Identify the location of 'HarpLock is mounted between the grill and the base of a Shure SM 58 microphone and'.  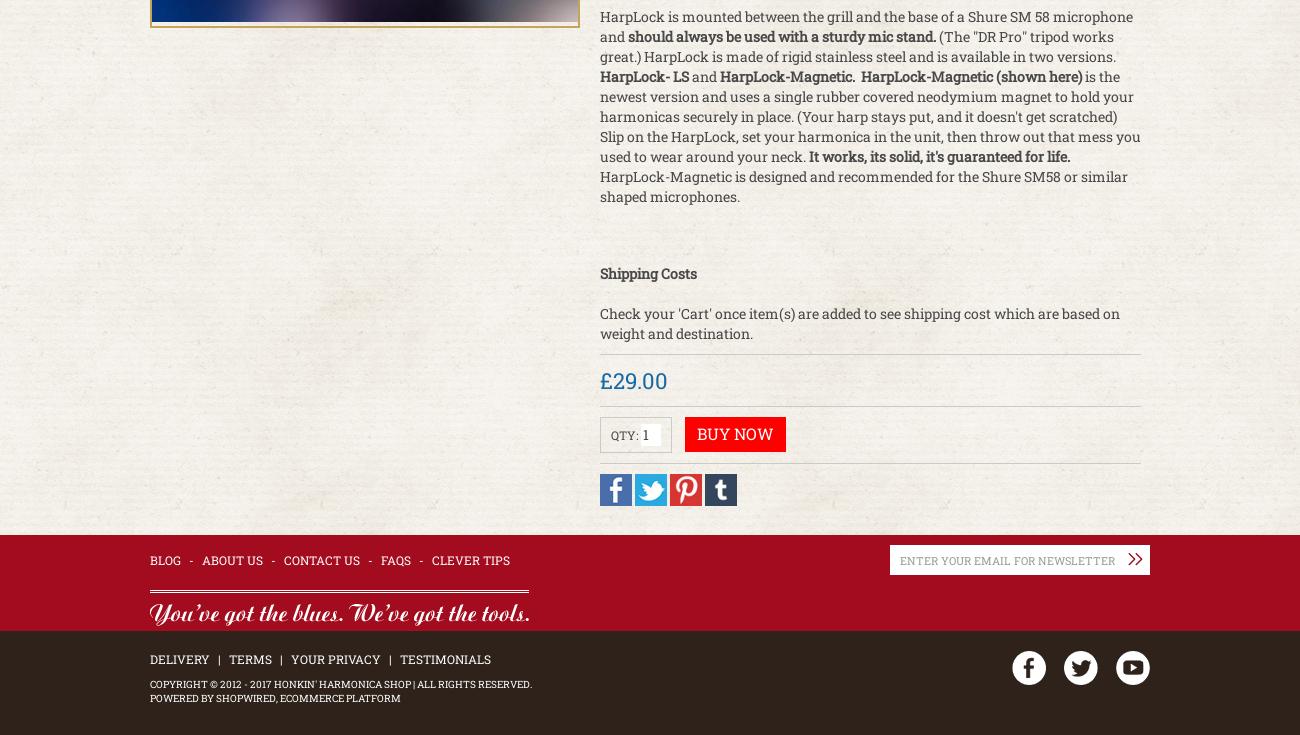
(599, 25).